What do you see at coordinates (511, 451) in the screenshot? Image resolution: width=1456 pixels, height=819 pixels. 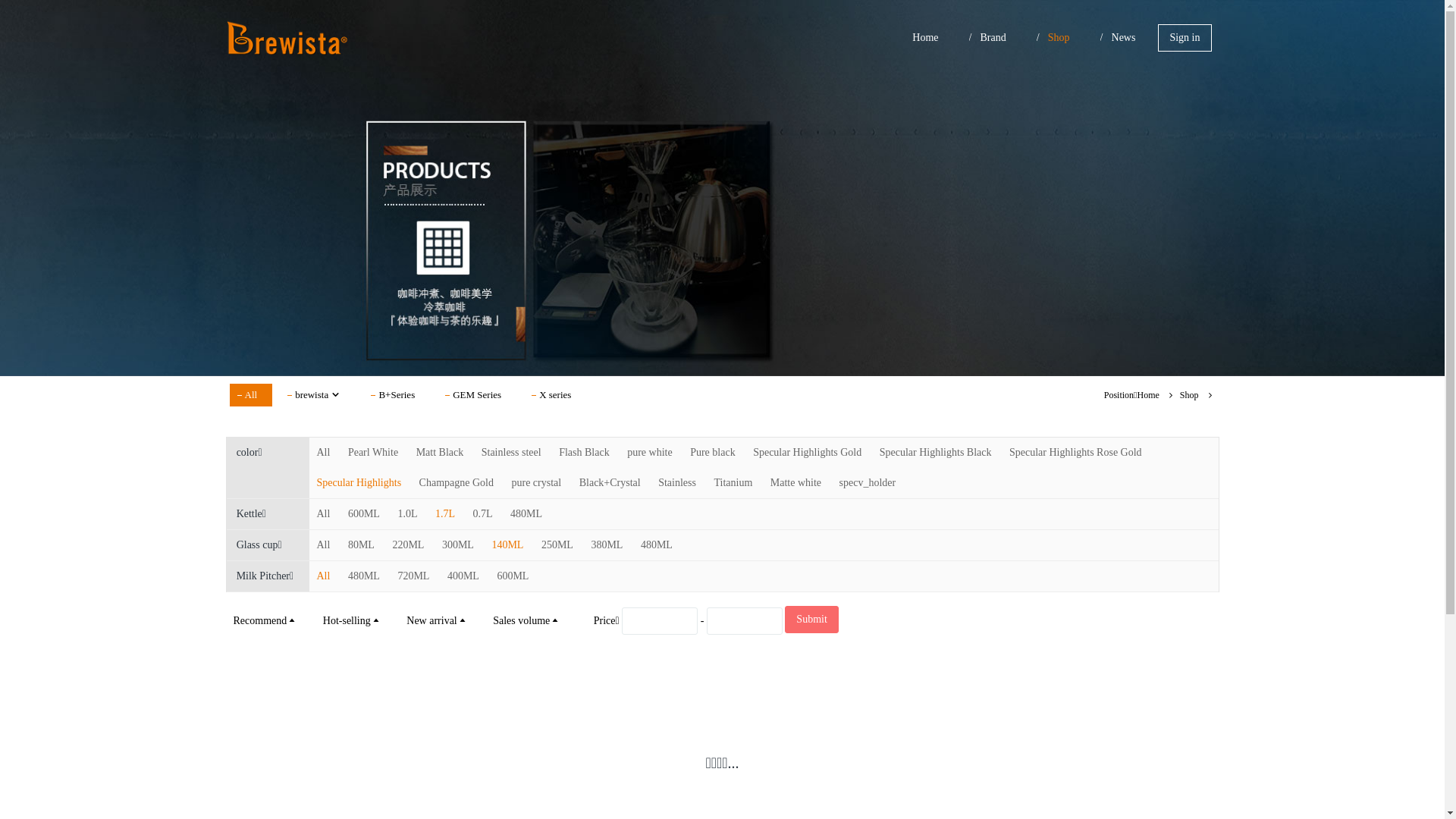 I see `'Stainless steel'` at bounding box center [511, 451].